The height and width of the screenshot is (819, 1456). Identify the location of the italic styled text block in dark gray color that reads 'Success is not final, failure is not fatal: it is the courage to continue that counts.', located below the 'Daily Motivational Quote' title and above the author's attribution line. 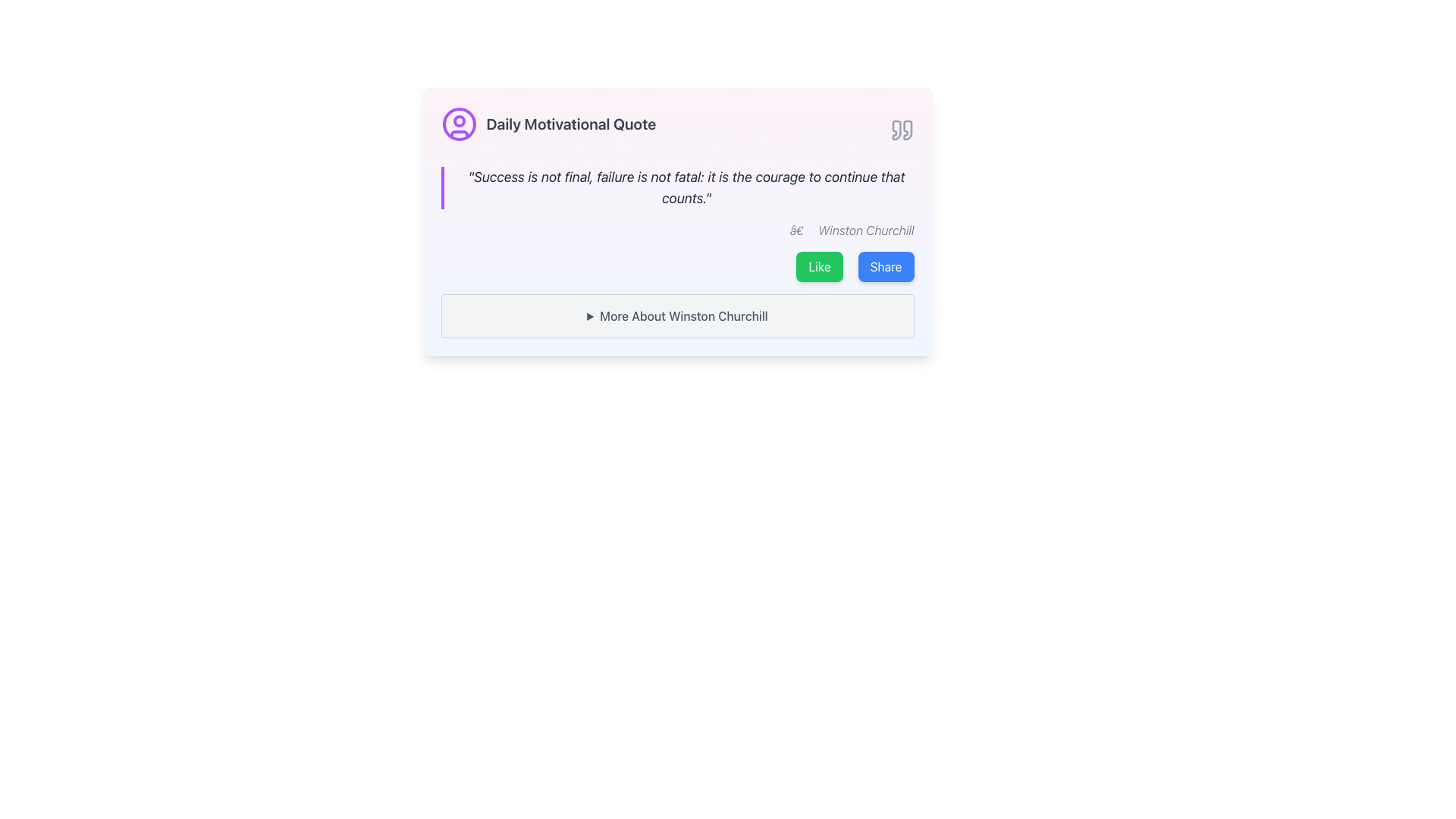
(676, 187).